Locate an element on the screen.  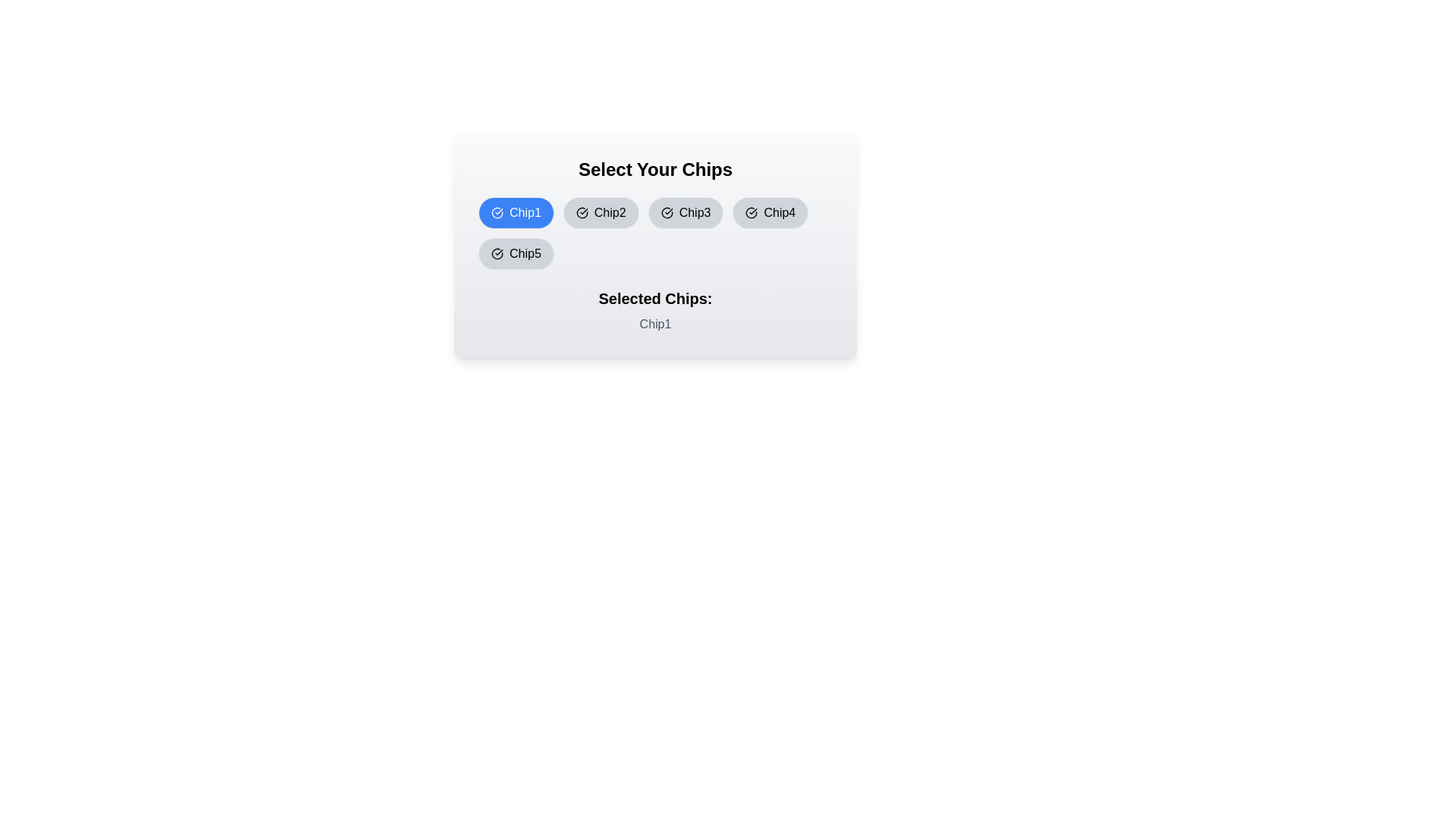
the chip labeled Chip1 by clicking on it is located at coordinates (516, 213).